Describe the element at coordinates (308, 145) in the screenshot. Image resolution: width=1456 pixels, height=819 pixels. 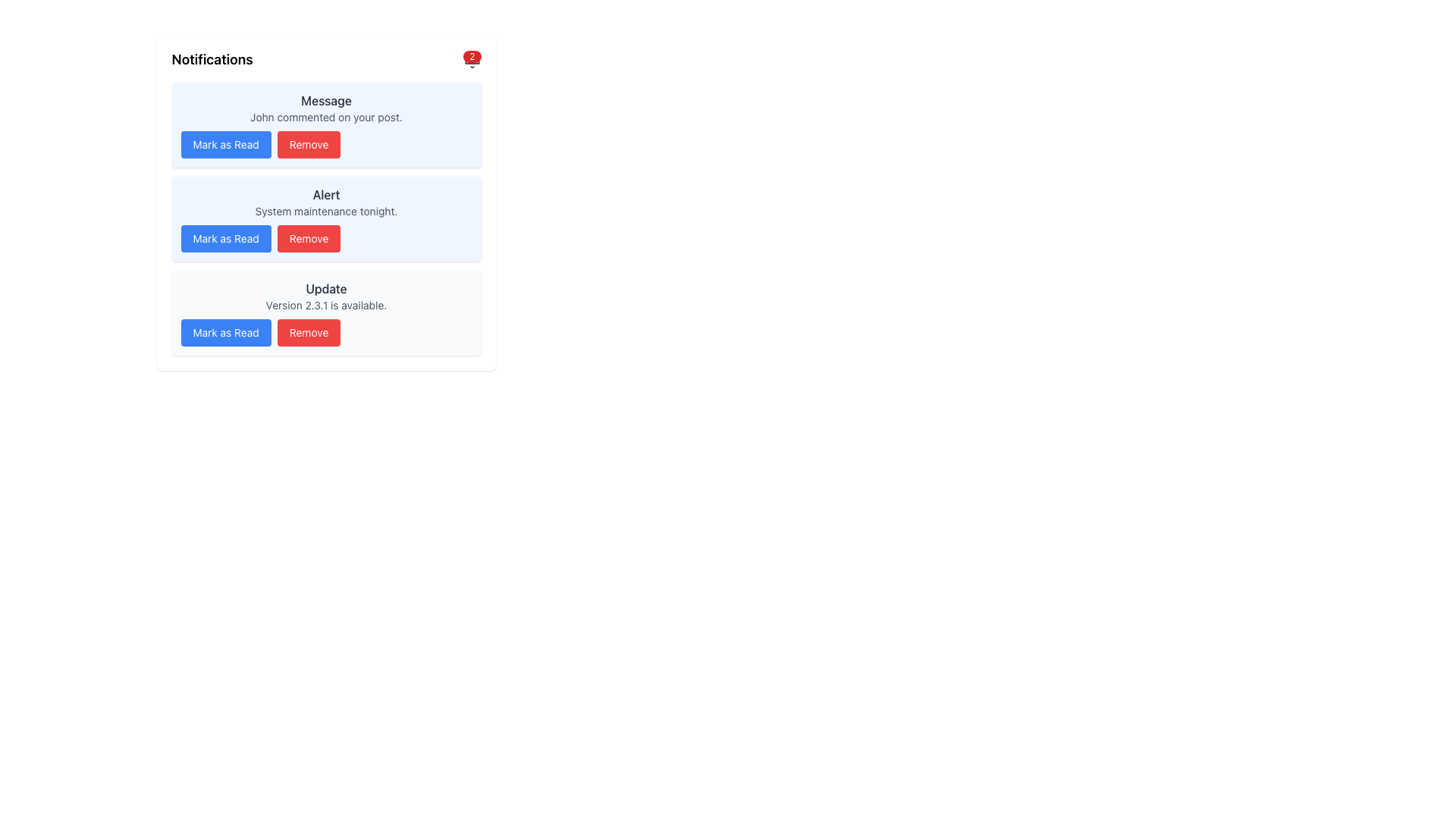
I see `the button for removing the associated notification message, which is located to the right of the 'Mark as Read' button in the top message block of the notification list` at that location.